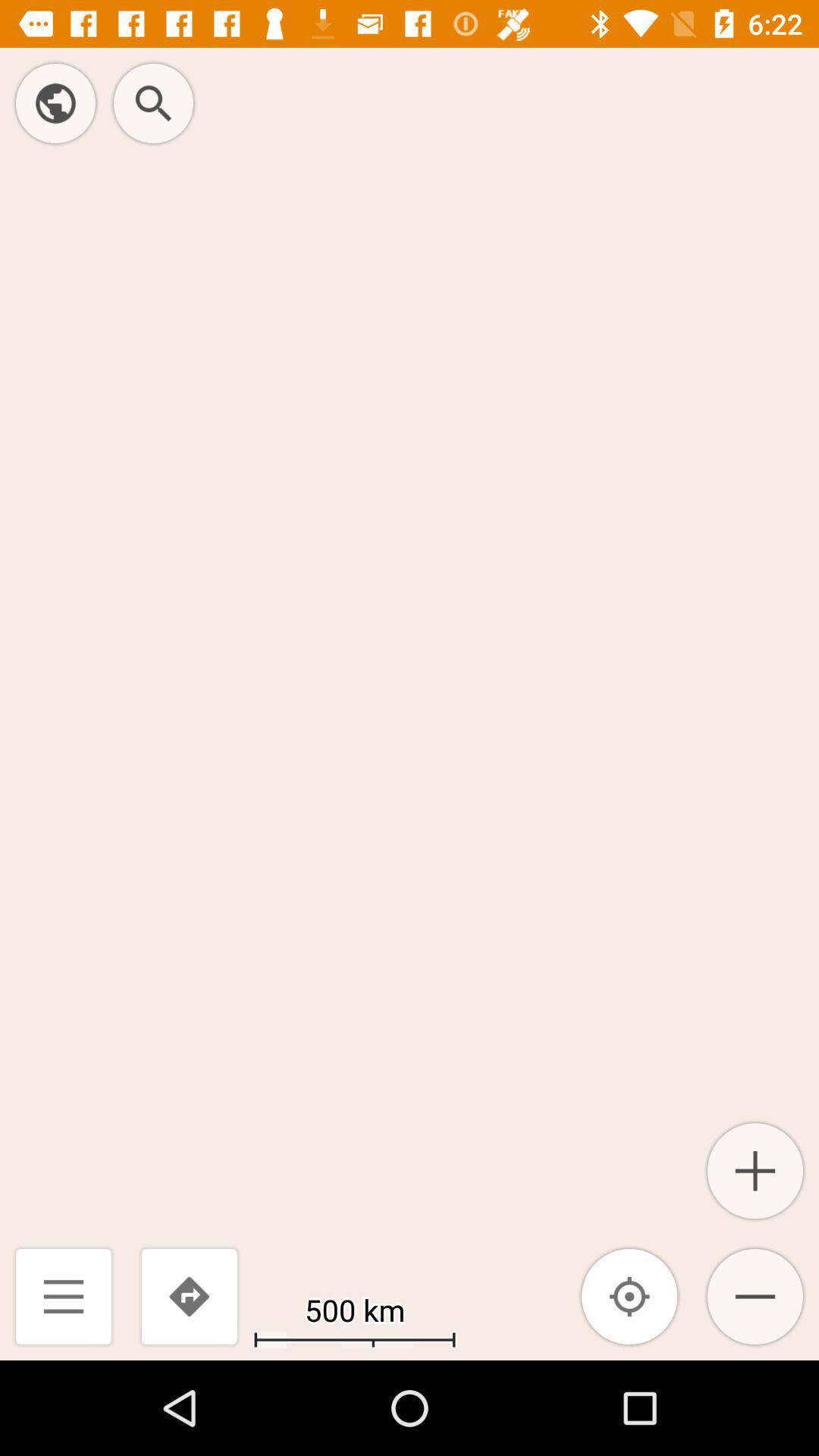 The image size is (819, 1456). What do you see at coordinates (755, 1170) in the screenshot?
I see `the add icon` at bounding box center [755, 1170].